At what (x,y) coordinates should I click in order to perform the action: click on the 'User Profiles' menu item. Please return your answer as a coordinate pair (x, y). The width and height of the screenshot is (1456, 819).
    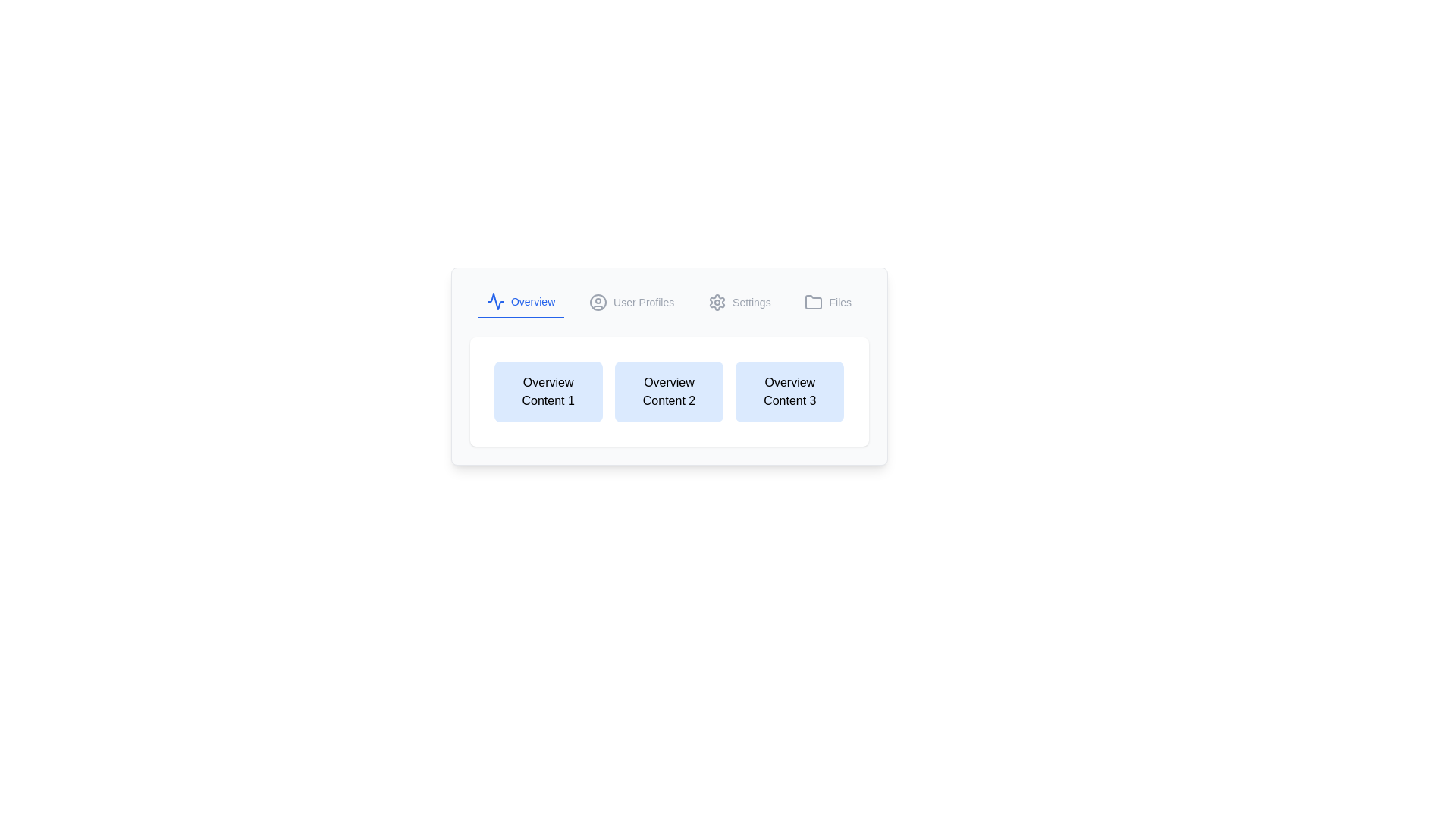
    Looking at the image, I should click on (632, 302).